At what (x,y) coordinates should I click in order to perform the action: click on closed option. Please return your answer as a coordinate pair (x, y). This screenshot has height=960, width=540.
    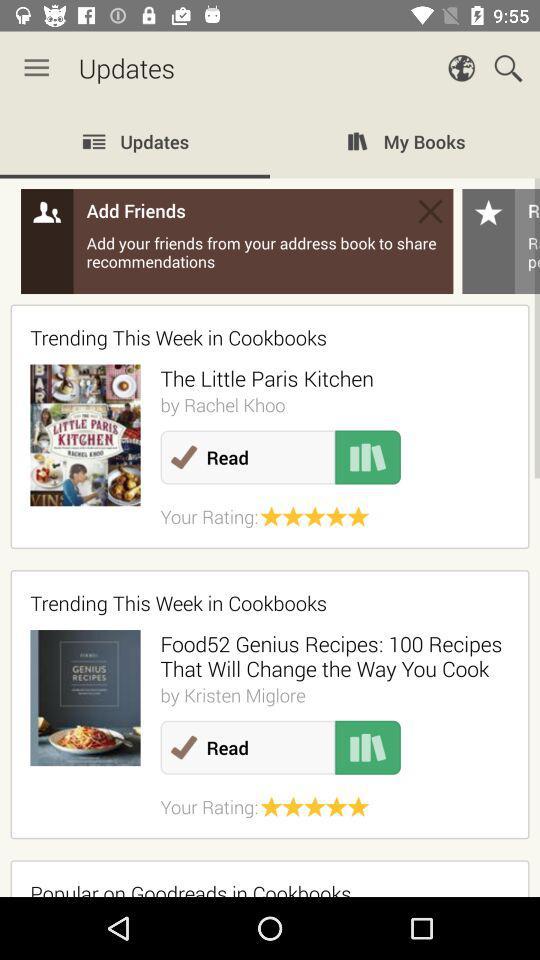
    Looking at the image, I should click on (429, 211).